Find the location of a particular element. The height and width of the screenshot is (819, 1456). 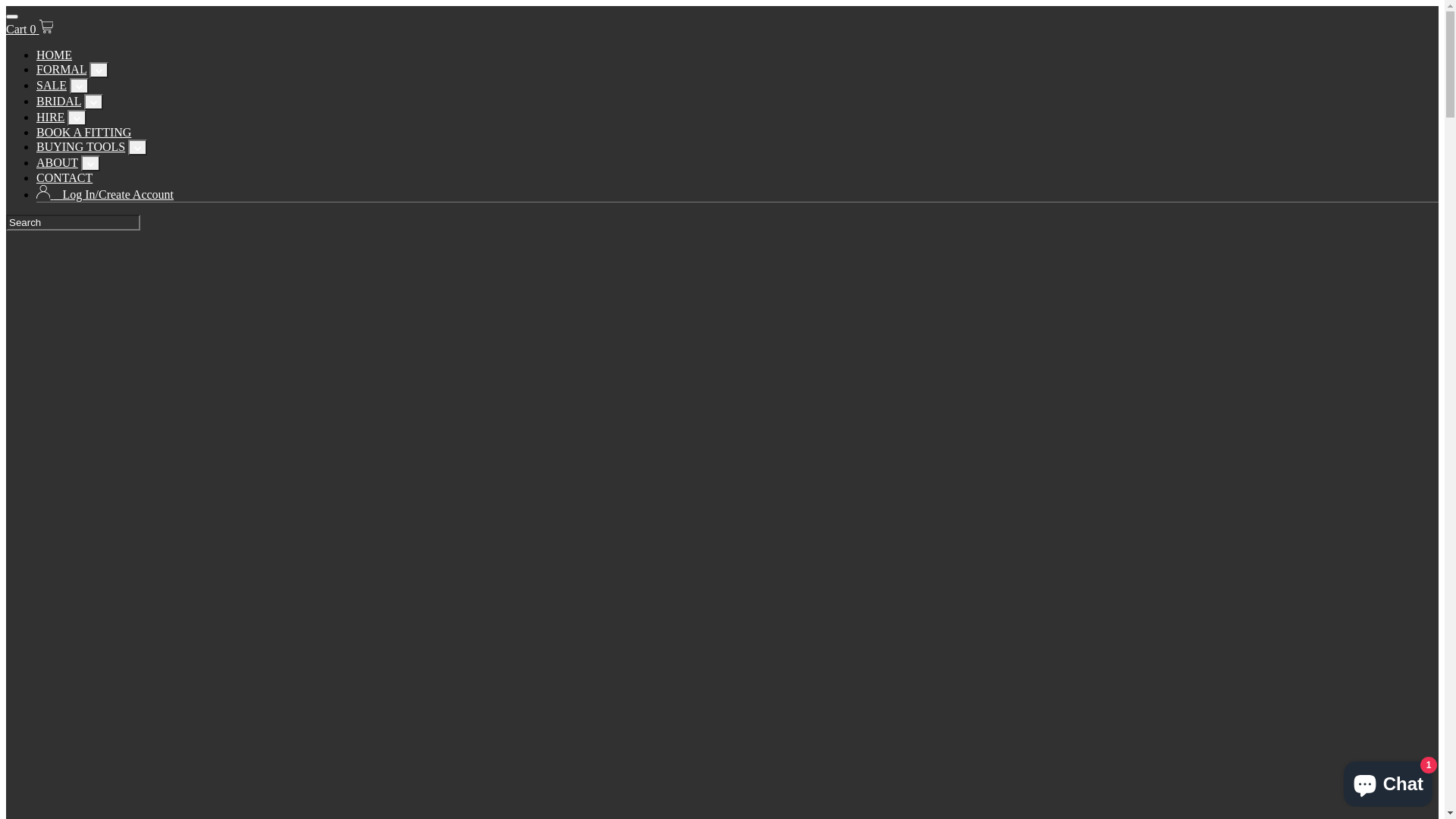

'ABOUT' is located at coordinates (57, 162).